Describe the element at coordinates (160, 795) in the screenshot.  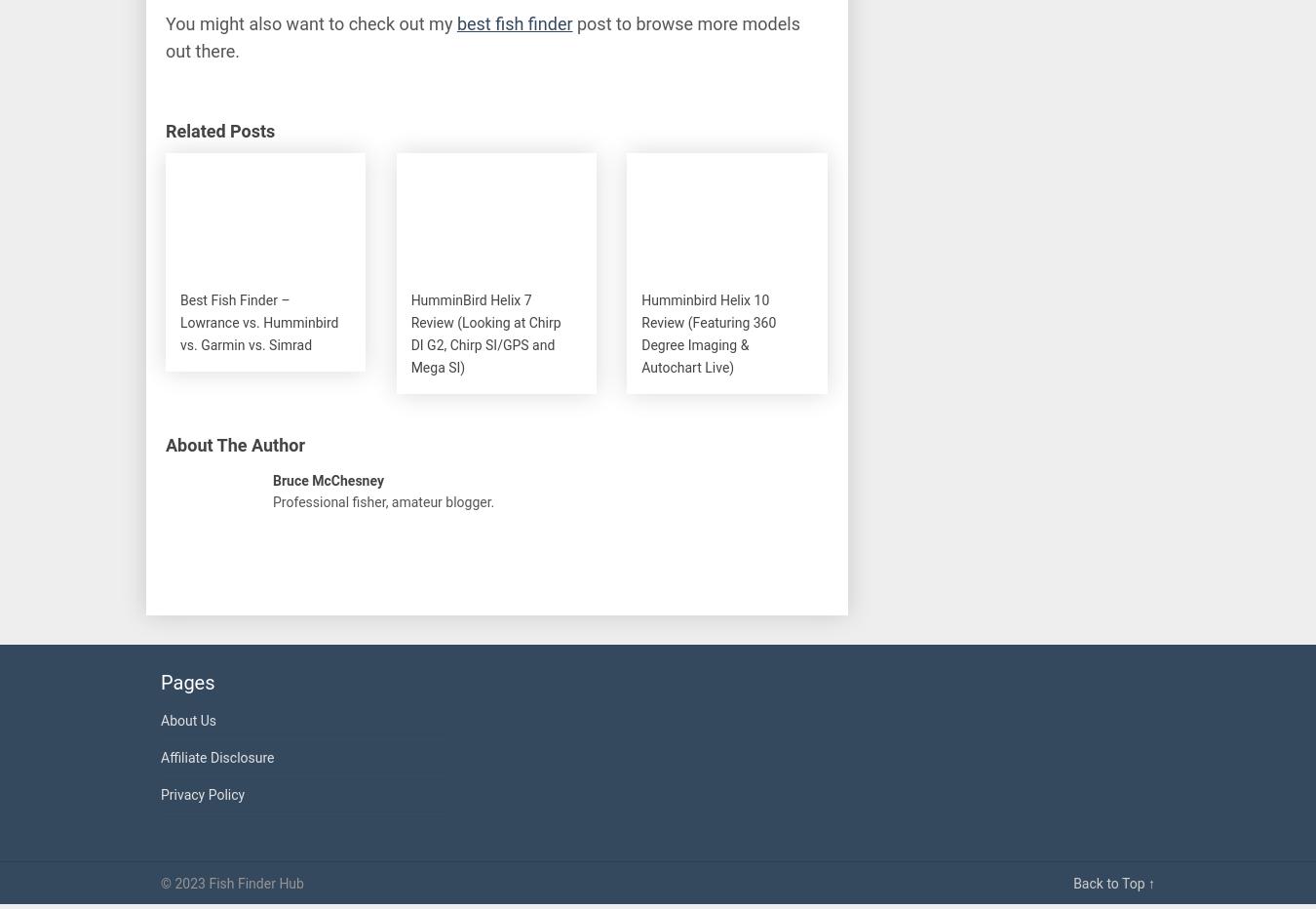
I see `'Privacy Policy'` at that location.